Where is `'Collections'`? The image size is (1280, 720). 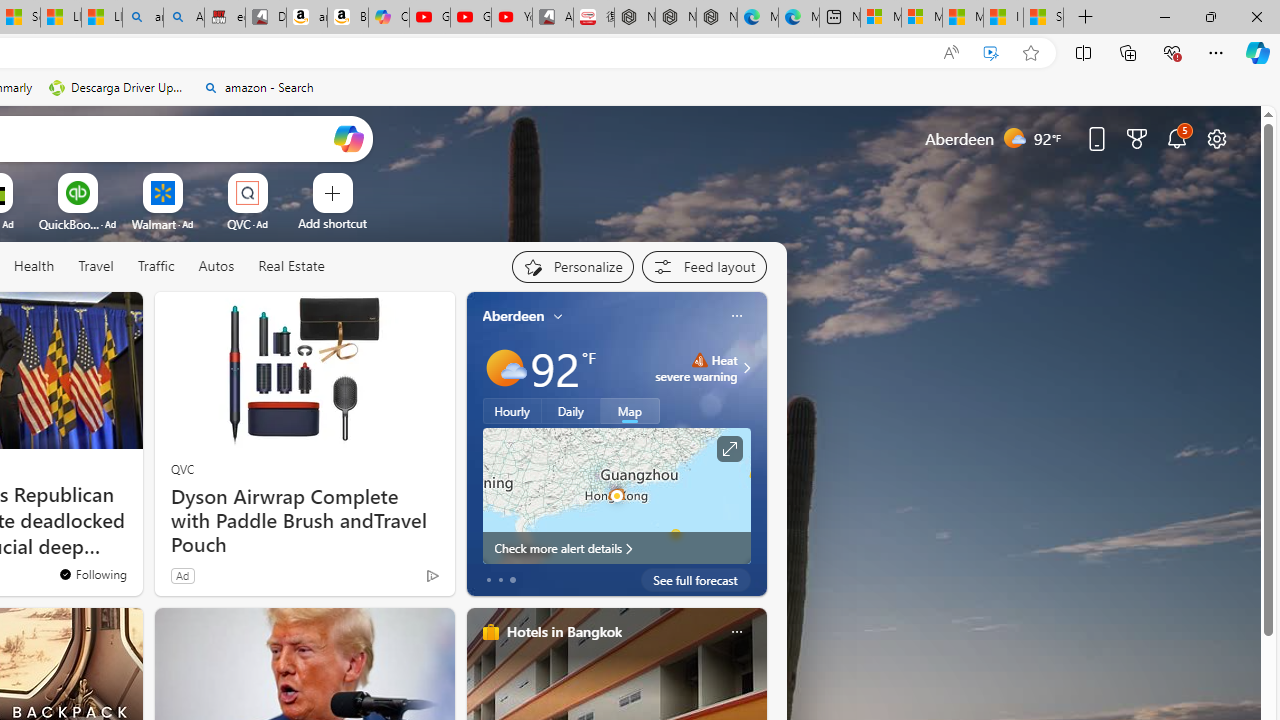
'Collections' is located at coordinates (1128, 51).